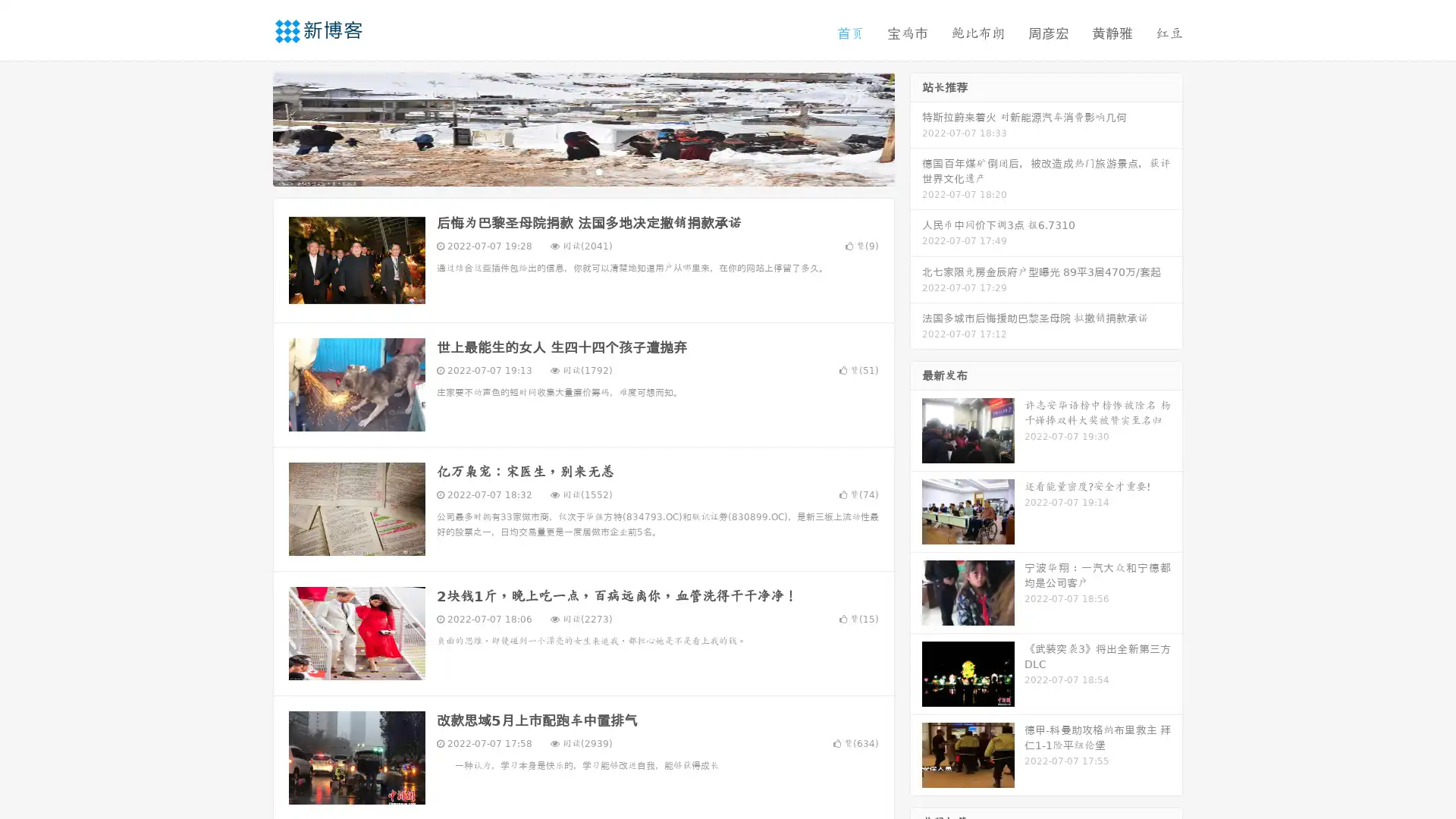 The width and height of the screenshot is (1456, 819). What do you see at coordinates (567, 171) in the screenshot?
I see `Go to slide 1` at bounding box center [567, 171].